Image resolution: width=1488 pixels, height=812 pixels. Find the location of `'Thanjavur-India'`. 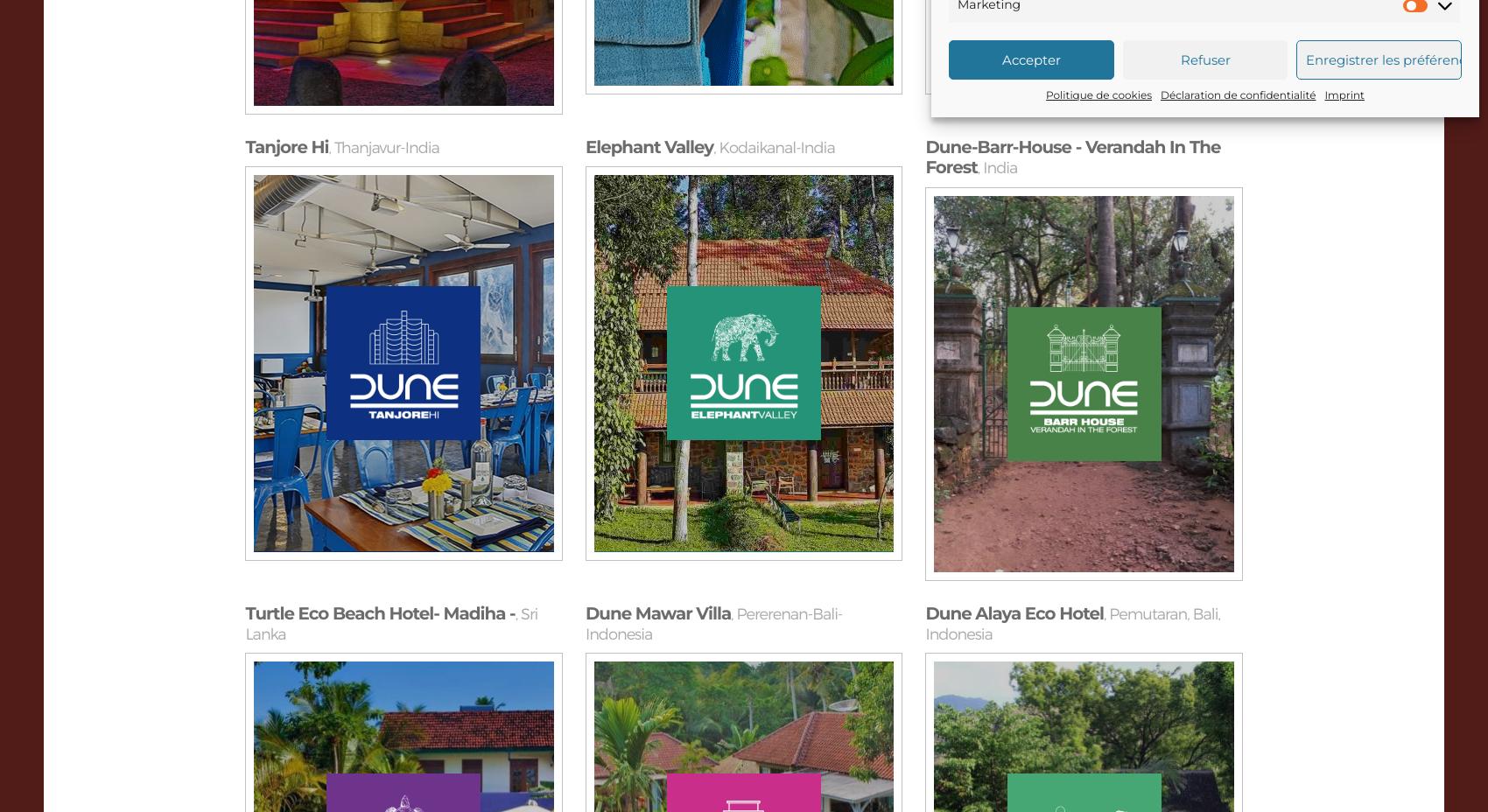

'Thanjavur-India' is located at coordinates (332, 148).